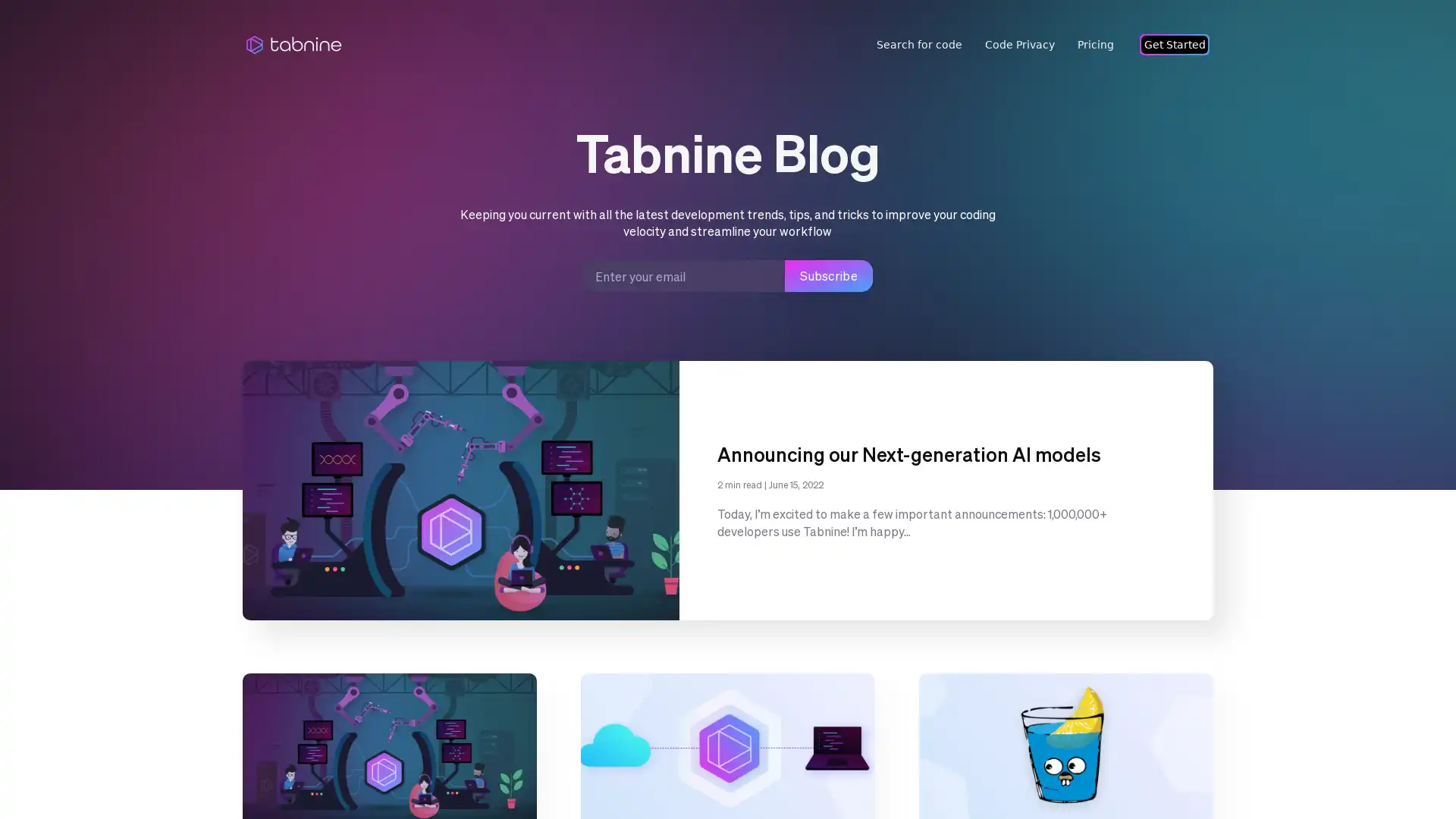 The height and width of the screenshot is (819, 1456). I want to click on Open, so click(1410, 778).